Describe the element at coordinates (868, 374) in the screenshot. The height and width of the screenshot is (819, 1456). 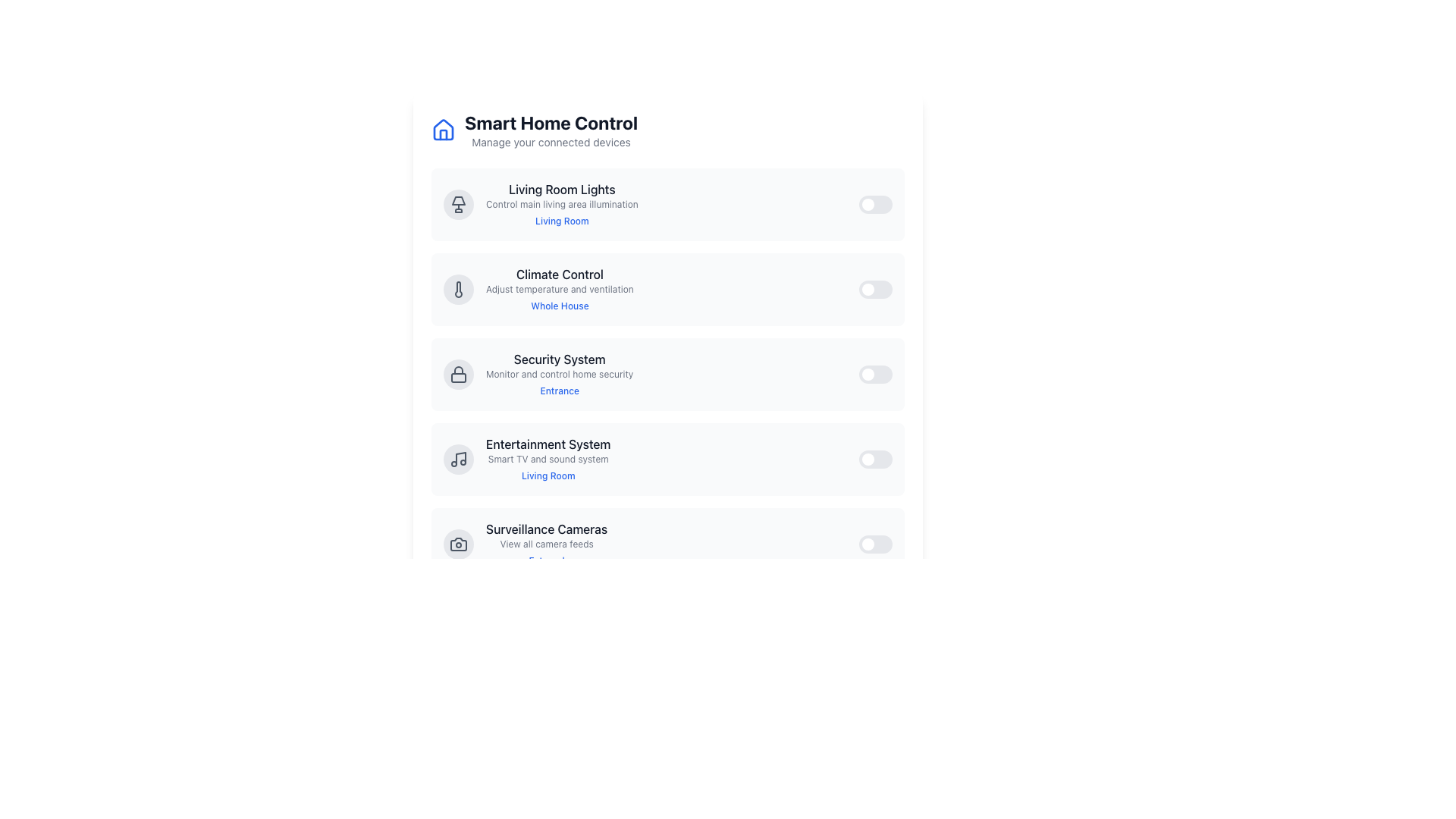
I see `the toggle switch handle` at that location.